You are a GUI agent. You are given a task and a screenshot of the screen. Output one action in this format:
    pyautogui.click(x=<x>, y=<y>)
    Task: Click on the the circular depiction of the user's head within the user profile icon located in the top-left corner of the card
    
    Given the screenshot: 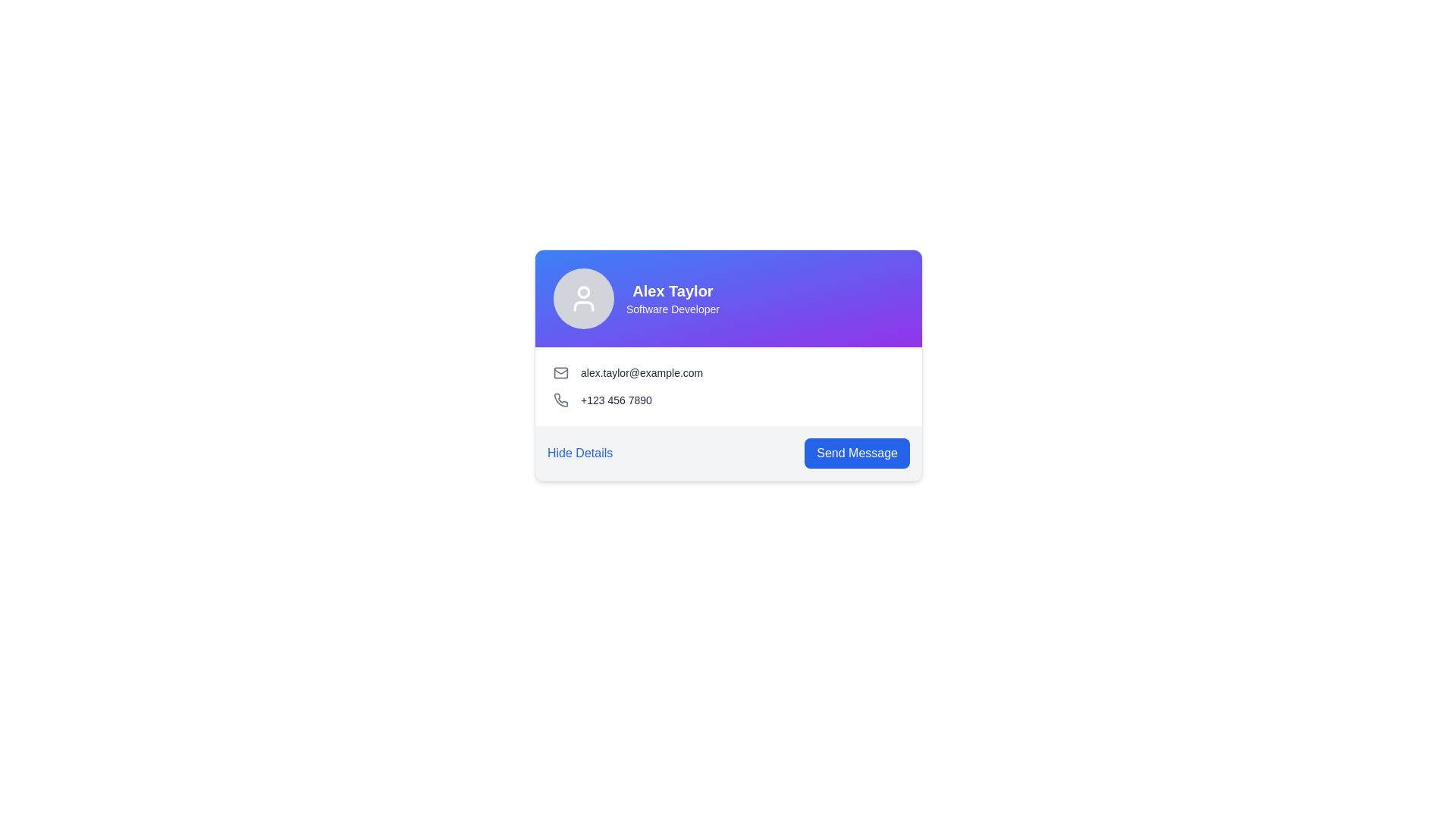 What is the action you would take?
    pyautogui.click(x=582, y=292)
    